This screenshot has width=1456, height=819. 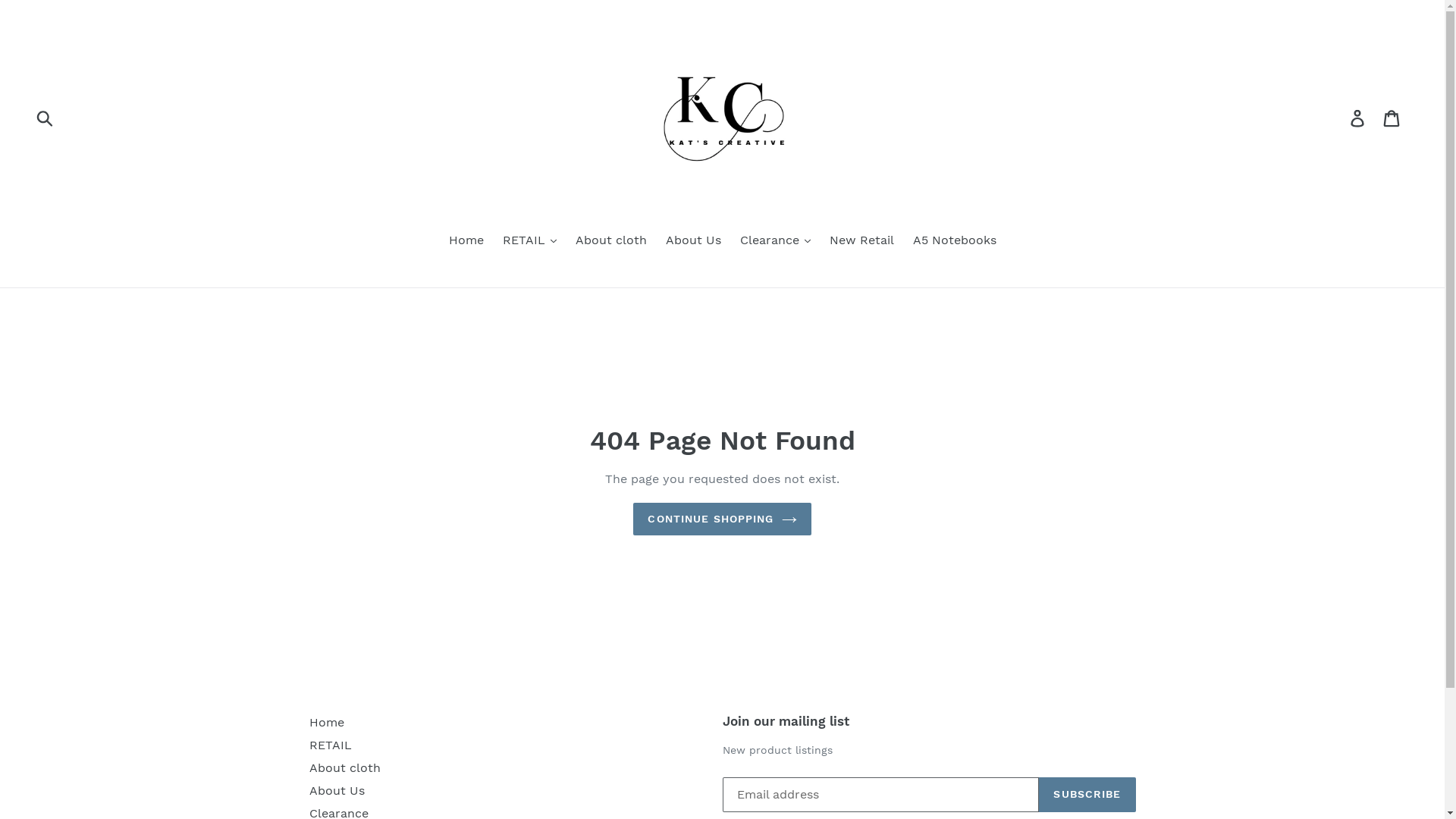 I want to click on 'About Us', so click(x=336, y=789).